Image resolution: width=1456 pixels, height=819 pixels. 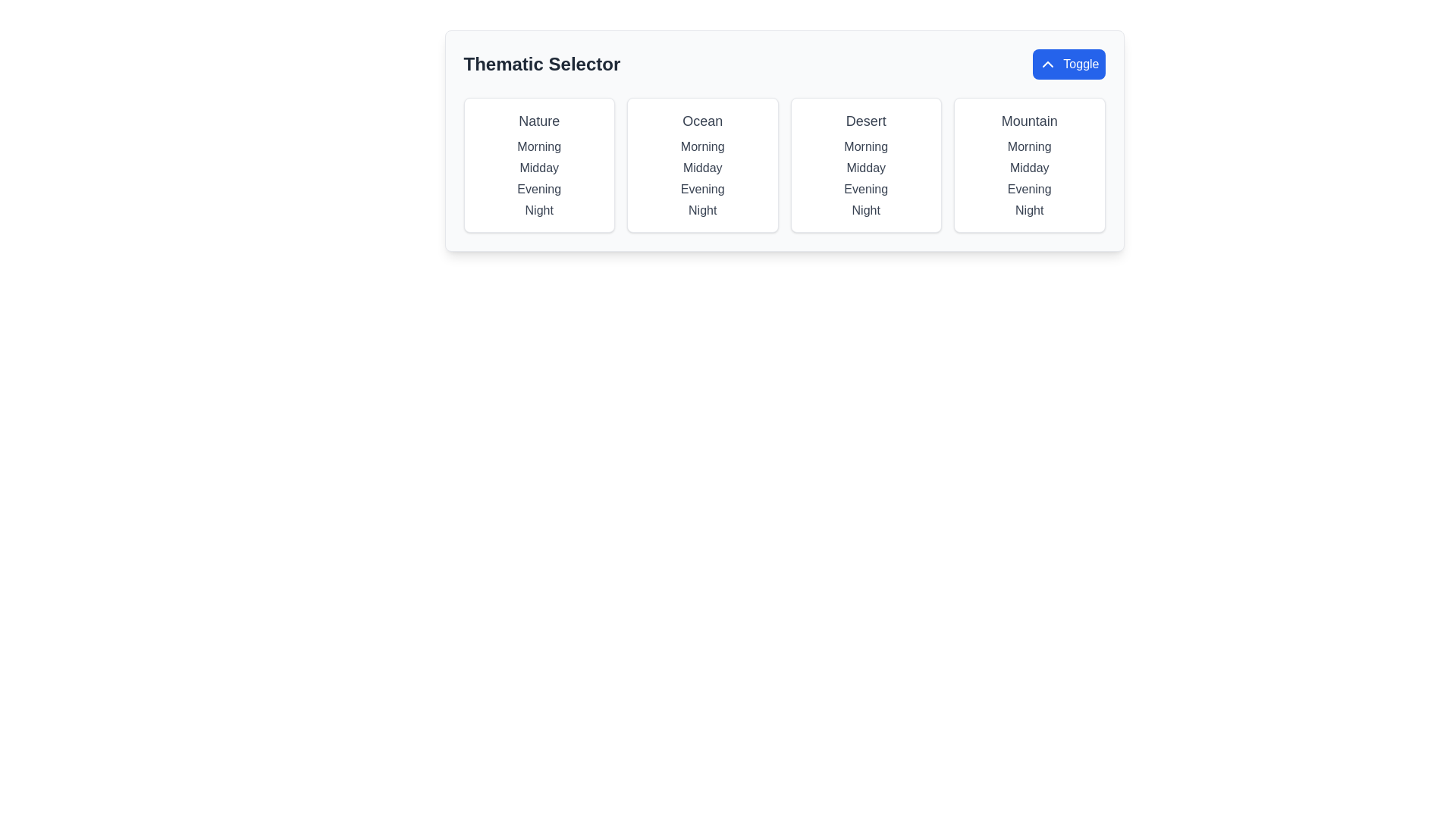 I want to click on the 'Ocean' card, so click(x=701, y=165).